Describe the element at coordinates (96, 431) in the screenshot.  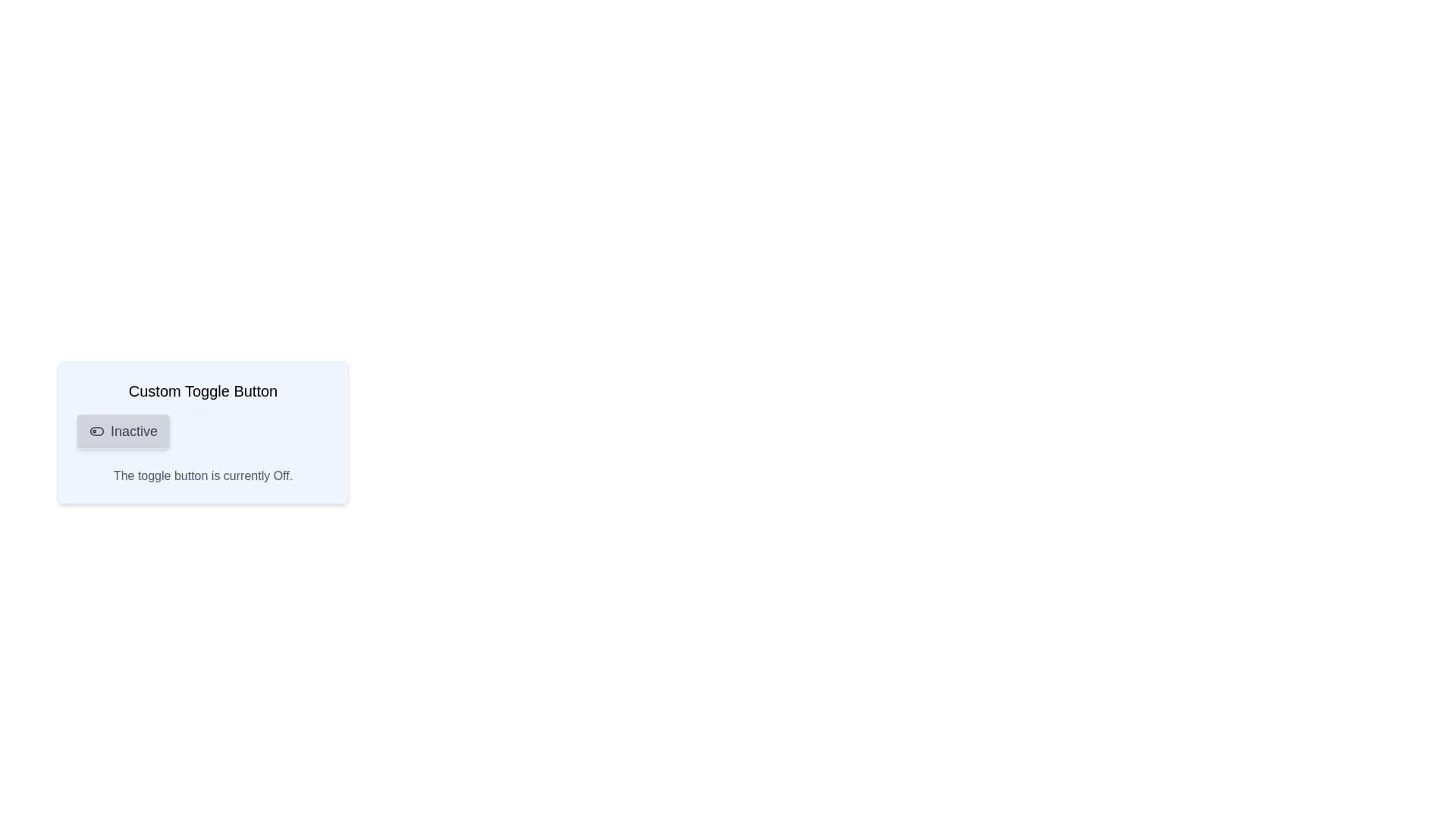
I see `the gray background rectangle of the 'Inactive' state in the 'Custom Toggle Button' section` at that location.